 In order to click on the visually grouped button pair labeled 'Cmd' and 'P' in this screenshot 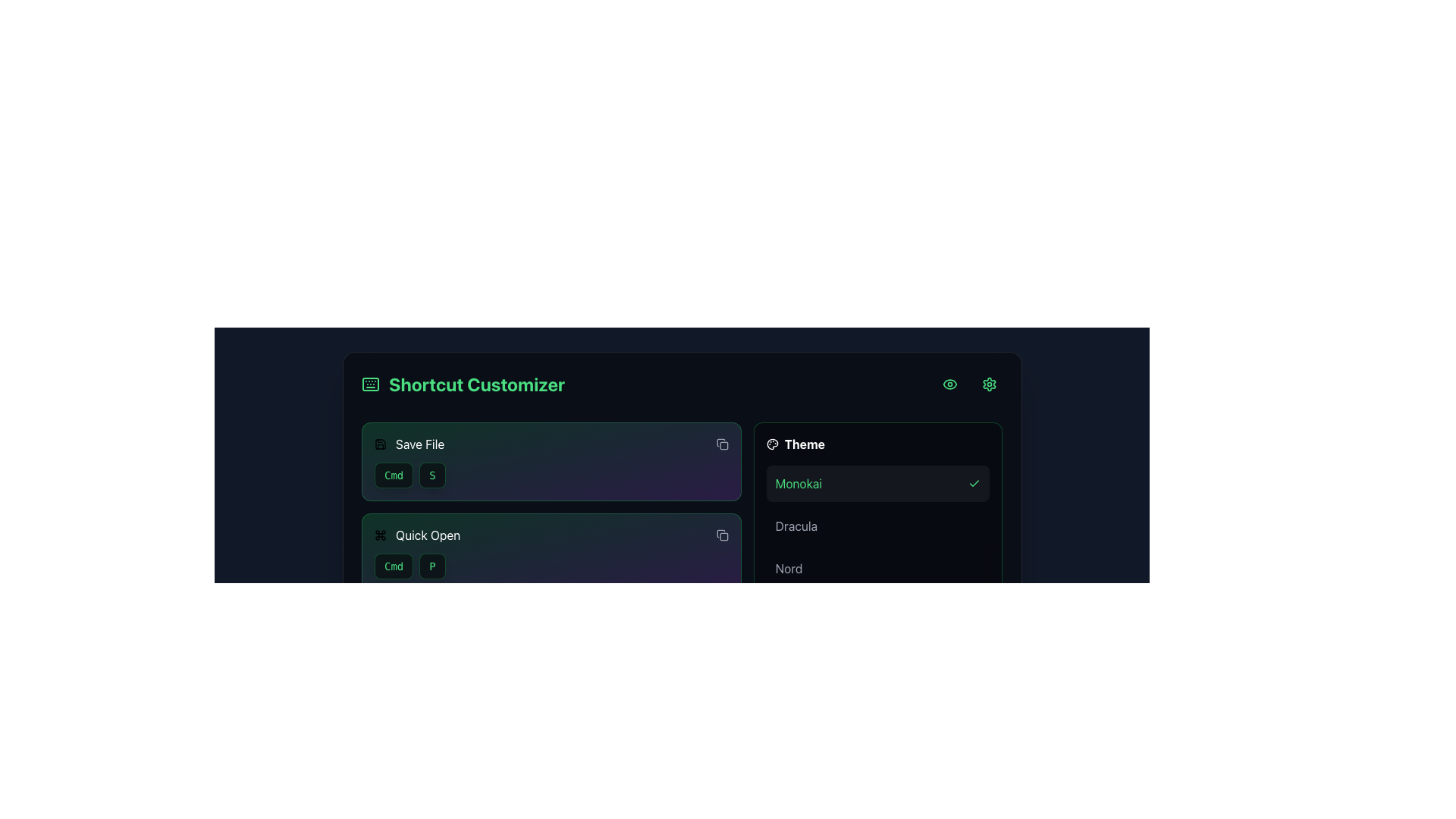, I will do `click(551, 566)`.